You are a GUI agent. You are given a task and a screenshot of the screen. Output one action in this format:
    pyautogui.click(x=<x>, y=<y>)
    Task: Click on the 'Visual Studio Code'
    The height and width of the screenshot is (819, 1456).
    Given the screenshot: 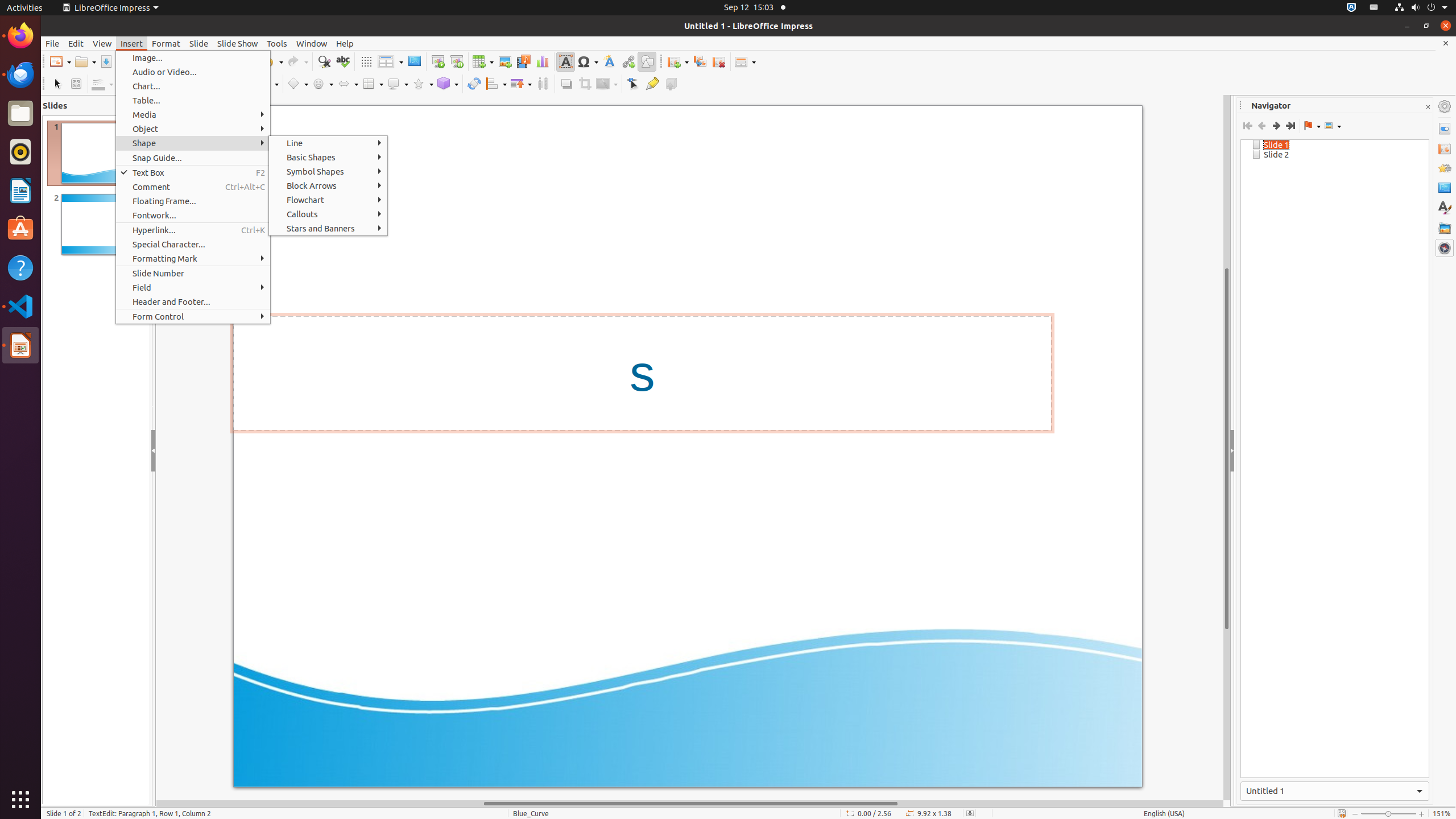 What is the action you would take?
    pyautogui.click(x=20, y=305)
    